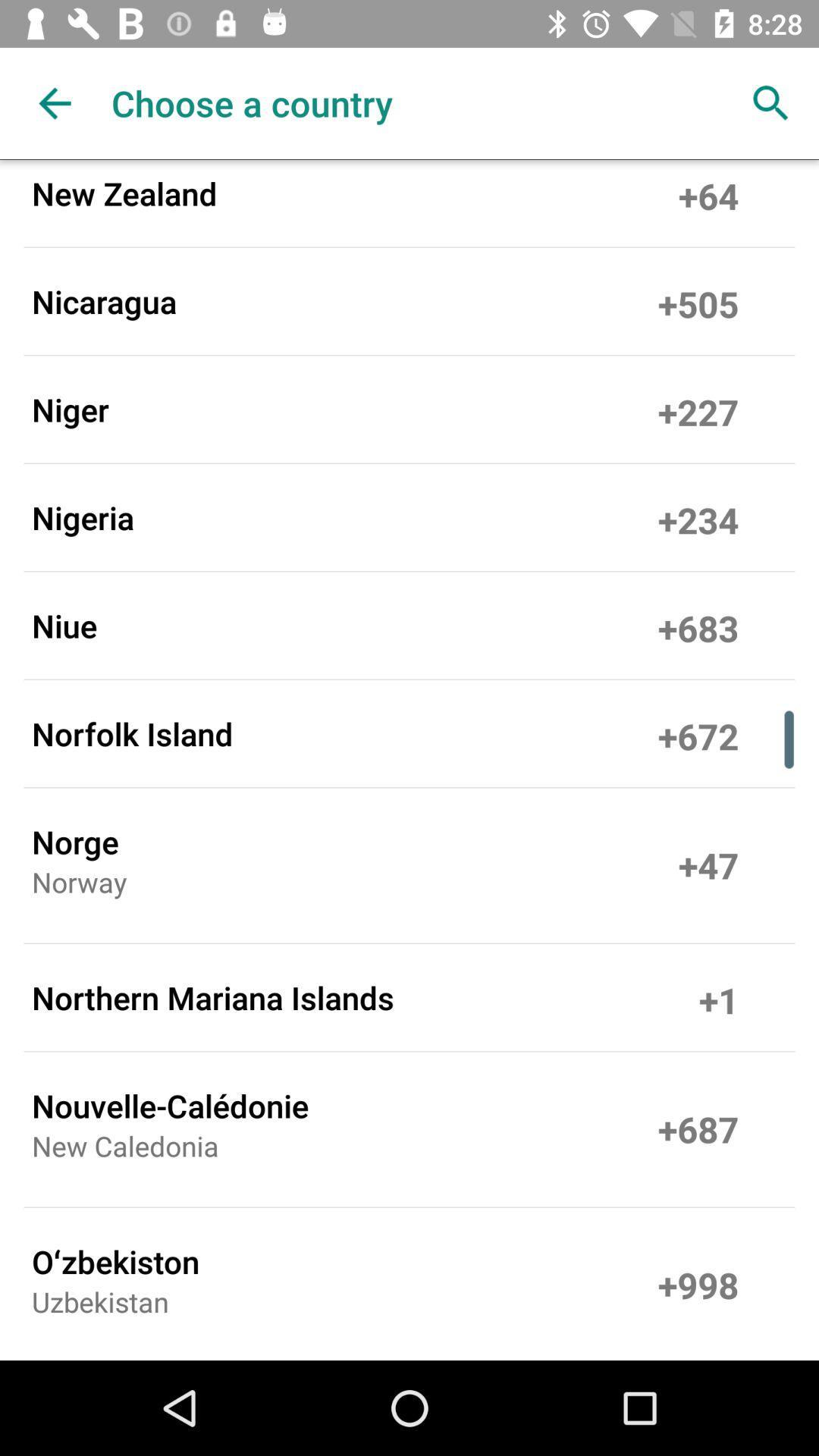 Image resolution: width=819 pixels, height=1456 pixels. Describe the element at coordinates (698, 301) in the screenshot. I see `item next to nicaragua` at that location.